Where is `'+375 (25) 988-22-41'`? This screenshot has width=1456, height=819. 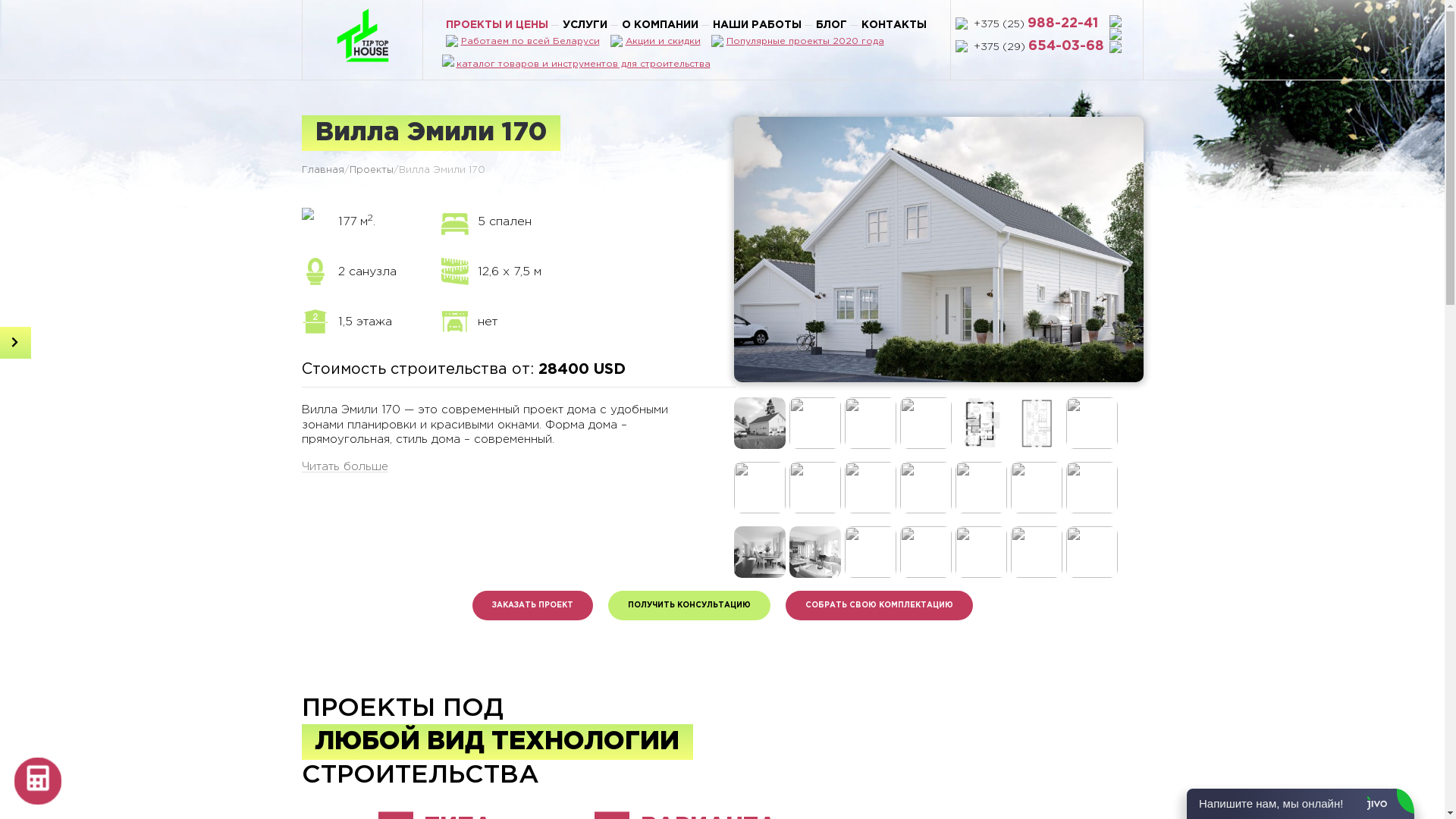 '+375 (25) 988-22-41' is located at coordinates (973, 24).